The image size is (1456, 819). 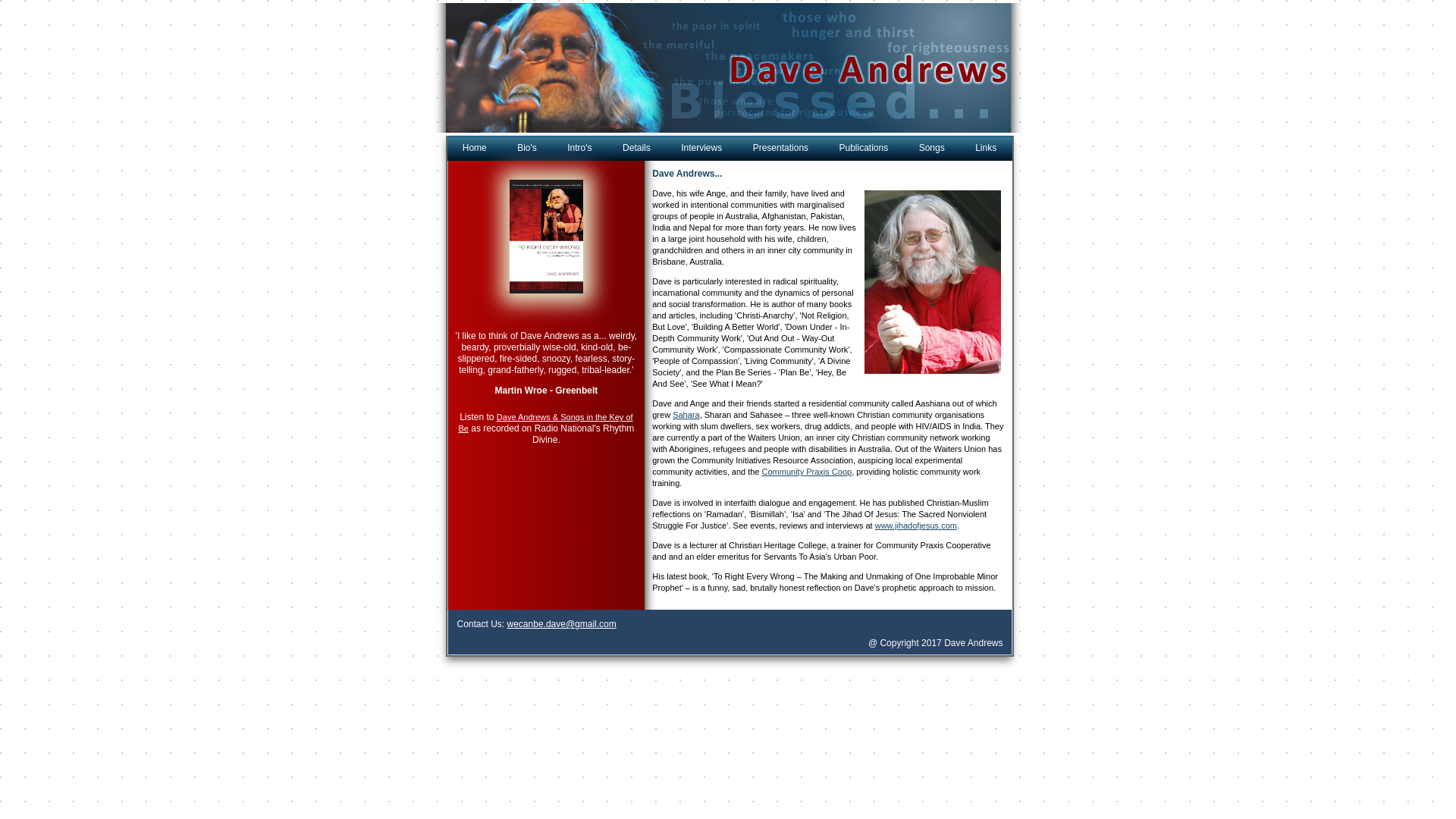 What do you see at coordinates (915, 525) in the screenshot?
I see `'www.jihadofjesus.com'` at bounding box center [915, 525].